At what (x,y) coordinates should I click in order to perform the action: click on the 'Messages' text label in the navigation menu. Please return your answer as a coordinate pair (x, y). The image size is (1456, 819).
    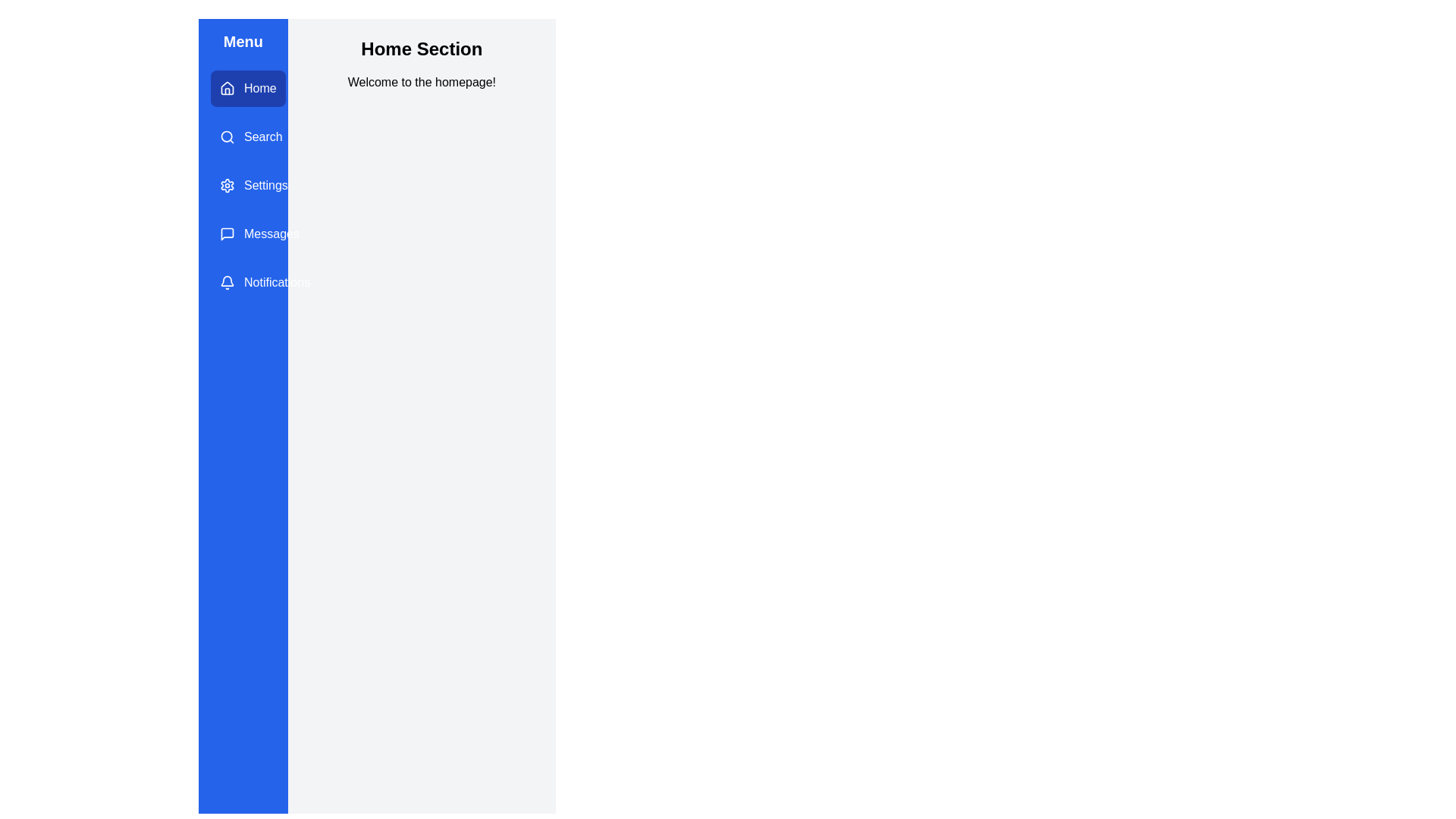
    Looking at the image, I should click on (271, 234).